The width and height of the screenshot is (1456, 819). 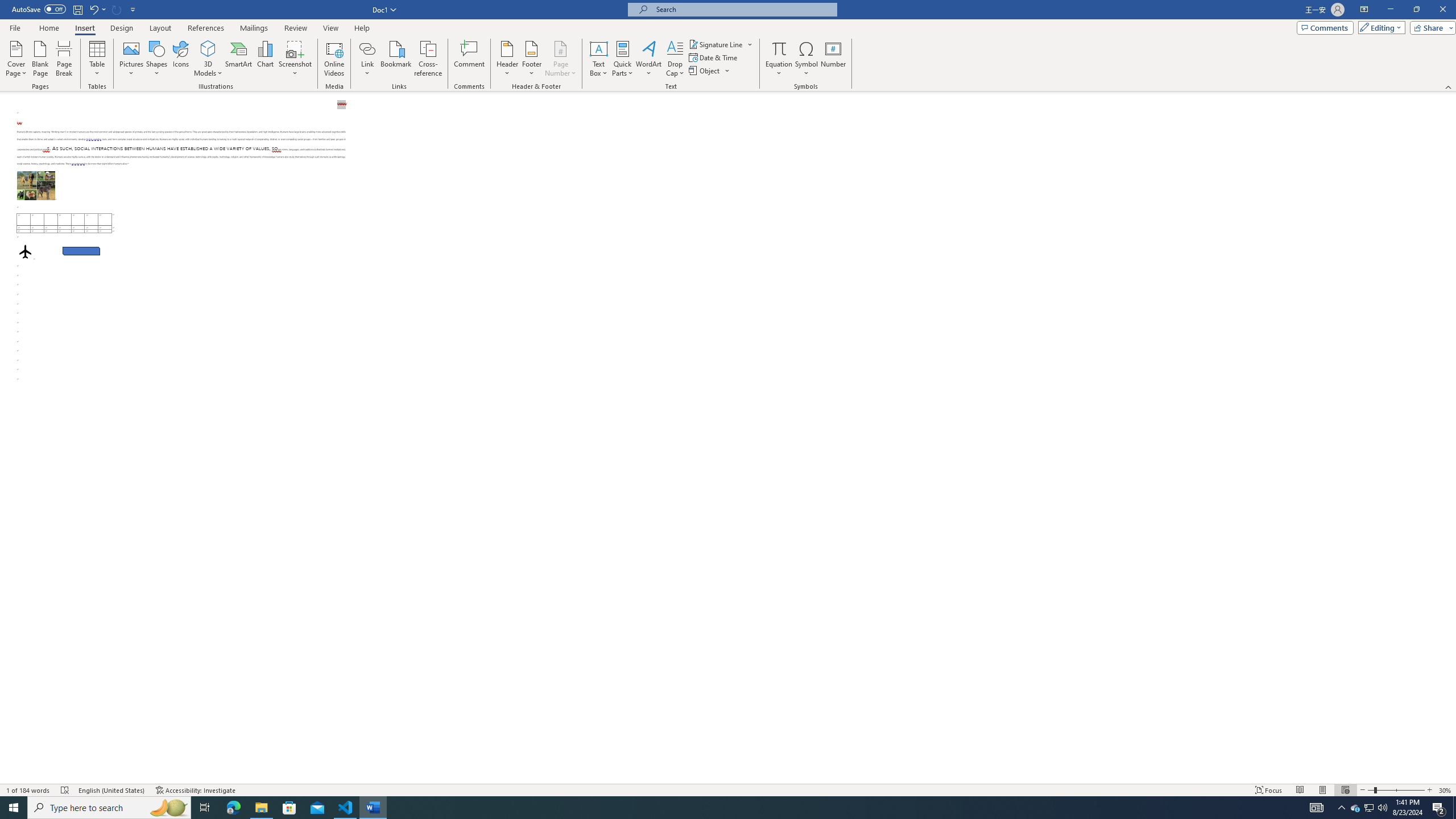 What do you see at coordinates (84, 28) in the screenshot?
I see `'Insert'` at bounding box center [84, 28].